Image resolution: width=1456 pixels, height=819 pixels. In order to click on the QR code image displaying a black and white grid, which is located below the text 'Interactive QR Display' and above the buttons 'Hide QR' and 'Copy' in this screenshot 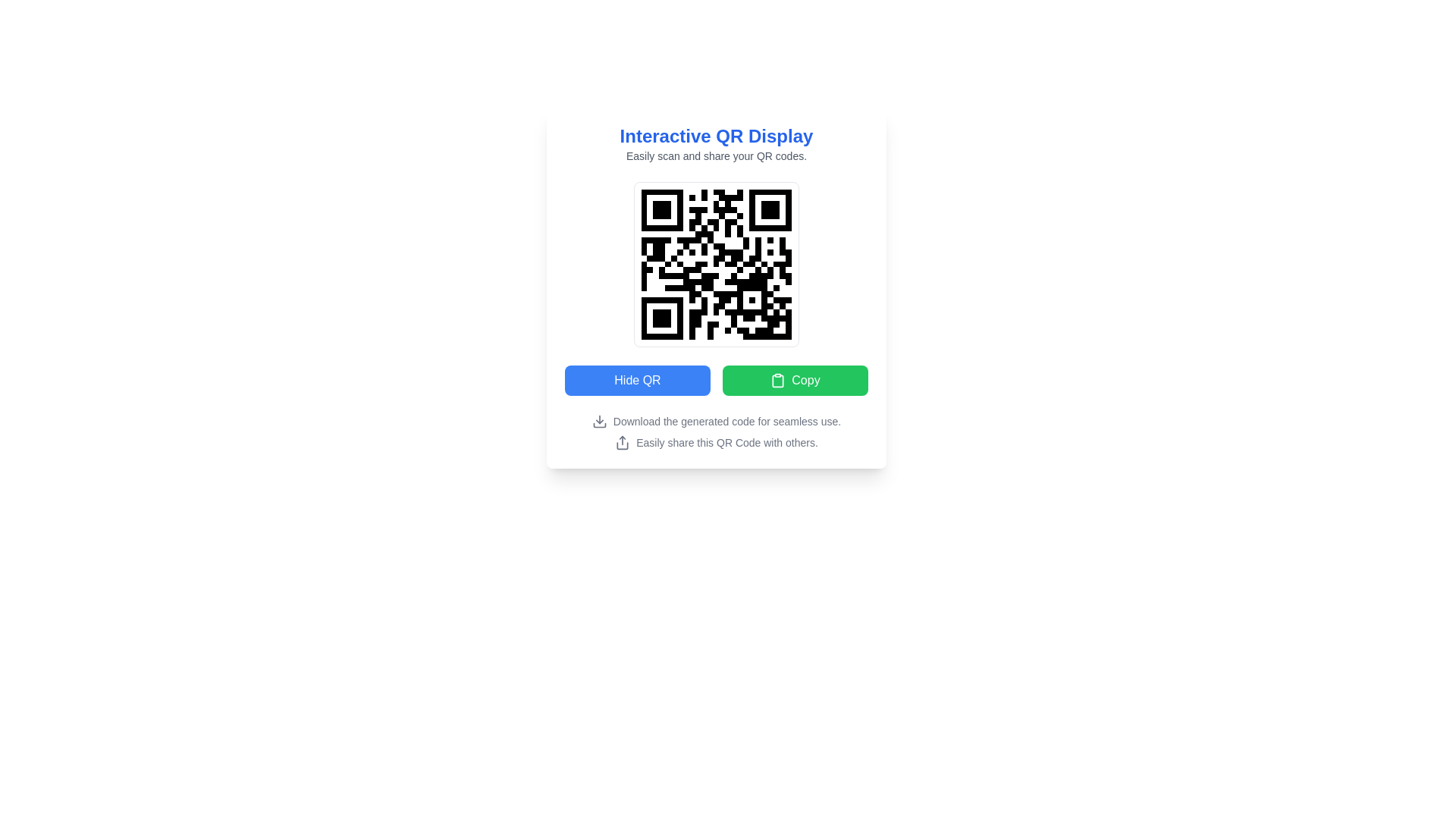, I will do `click(716, 263)`.